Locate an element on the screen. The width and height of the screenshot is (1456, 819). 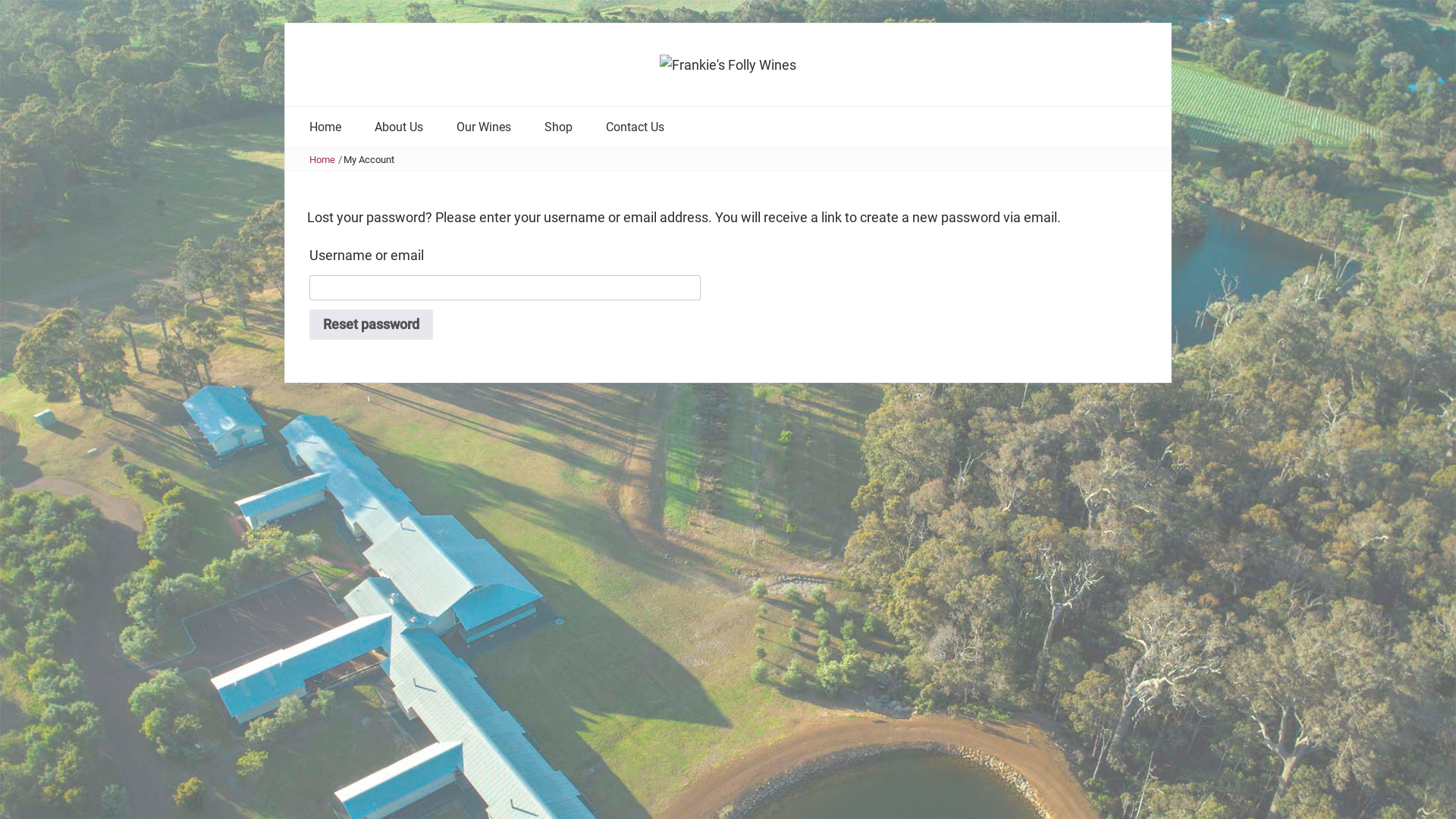
'Home' is located at coordinates (324, 127).